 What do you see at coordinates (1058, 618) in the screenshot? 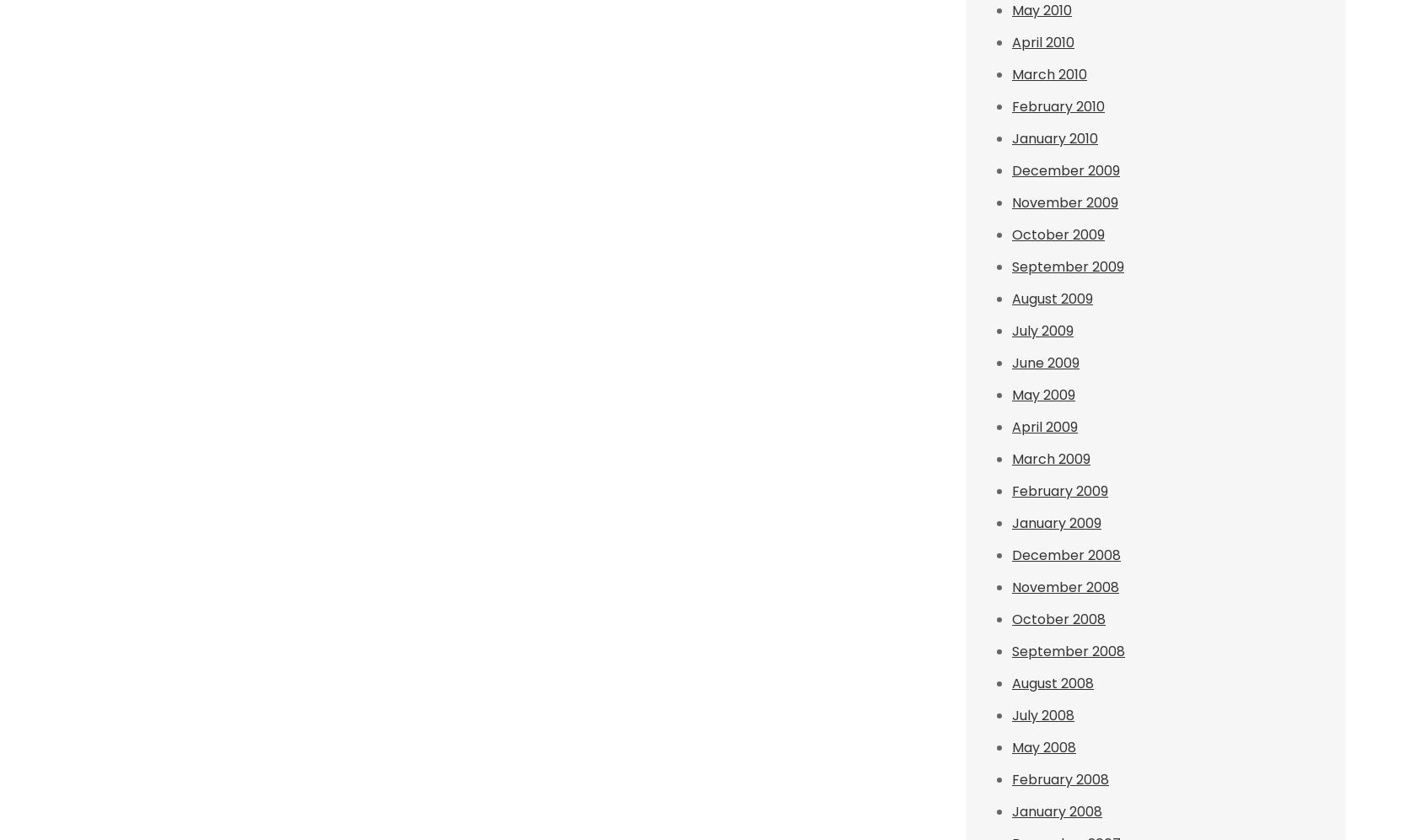
I see `'October 2008'` at bounding box center [1058, 618].